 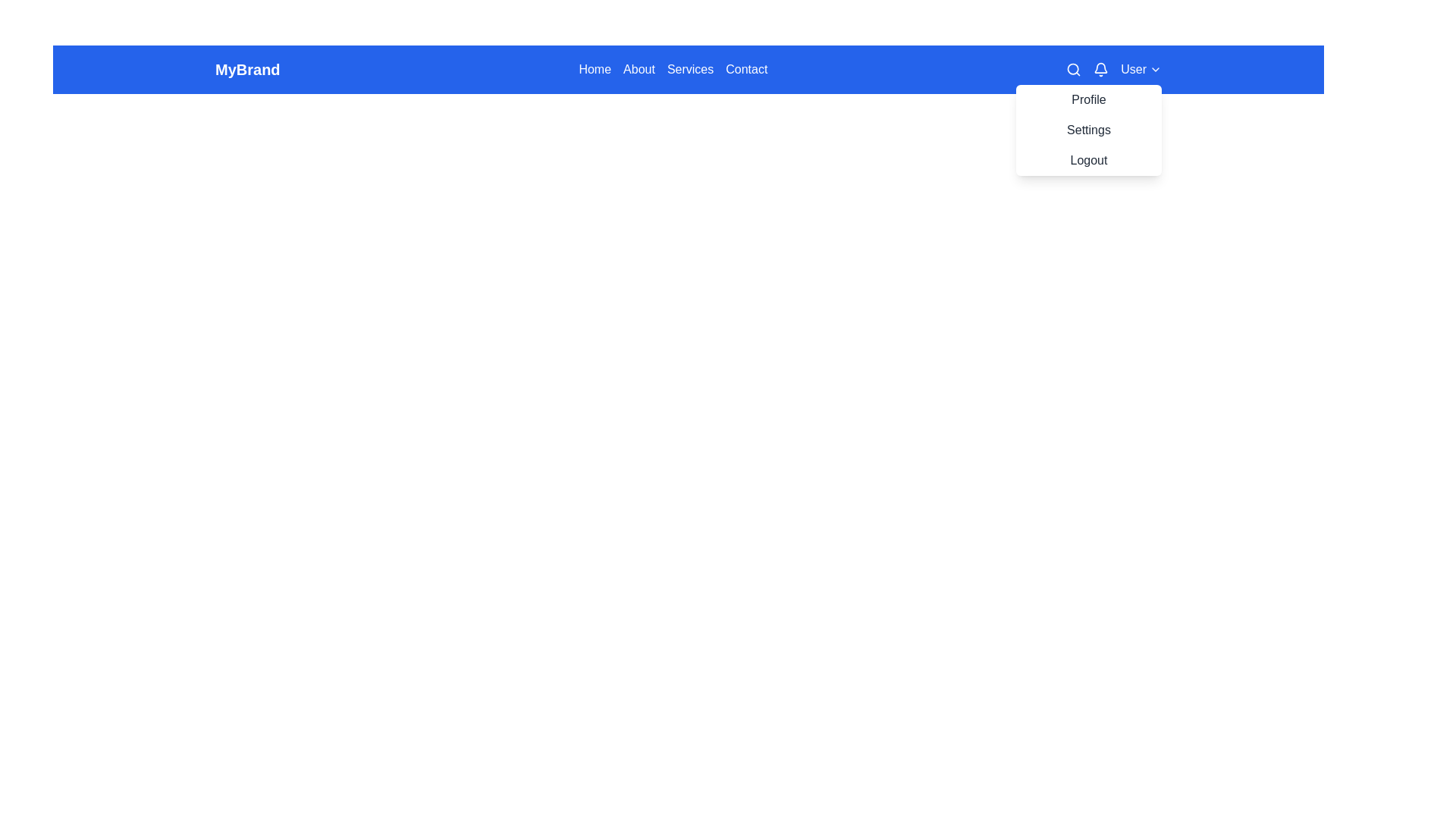 I want to click on the 'Profile' dropdown menu item located under the 'User' label in the top-right corner, so click(x=1087, y=99).